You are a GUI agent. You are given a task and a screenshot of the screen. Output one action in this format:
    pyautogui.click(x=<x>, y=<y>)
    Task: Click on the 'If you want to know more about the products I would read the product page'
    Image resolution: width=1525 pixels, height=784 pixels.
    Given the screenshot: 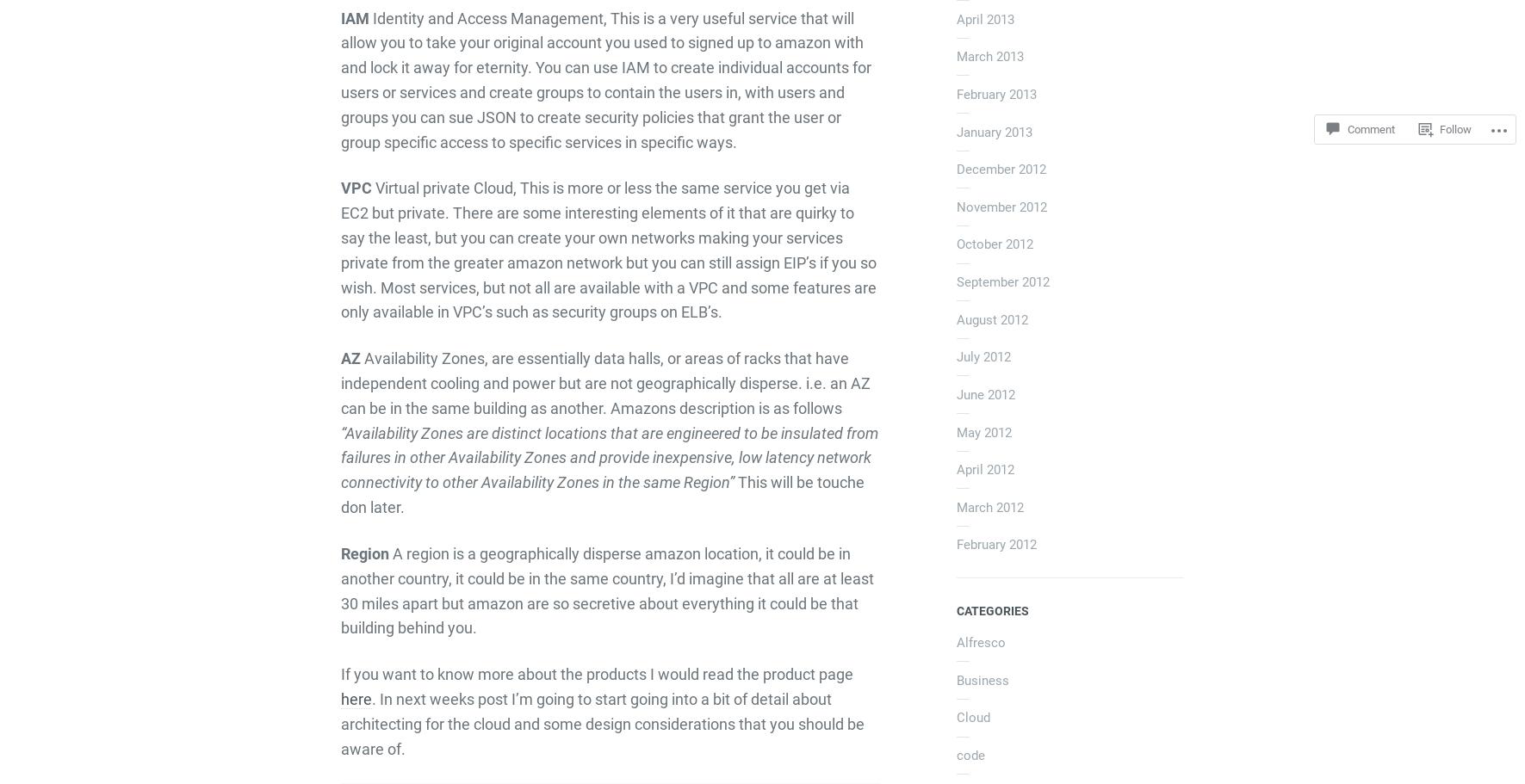 What is the action you would take?
    pyautogui.click(x=339, y=674)
    